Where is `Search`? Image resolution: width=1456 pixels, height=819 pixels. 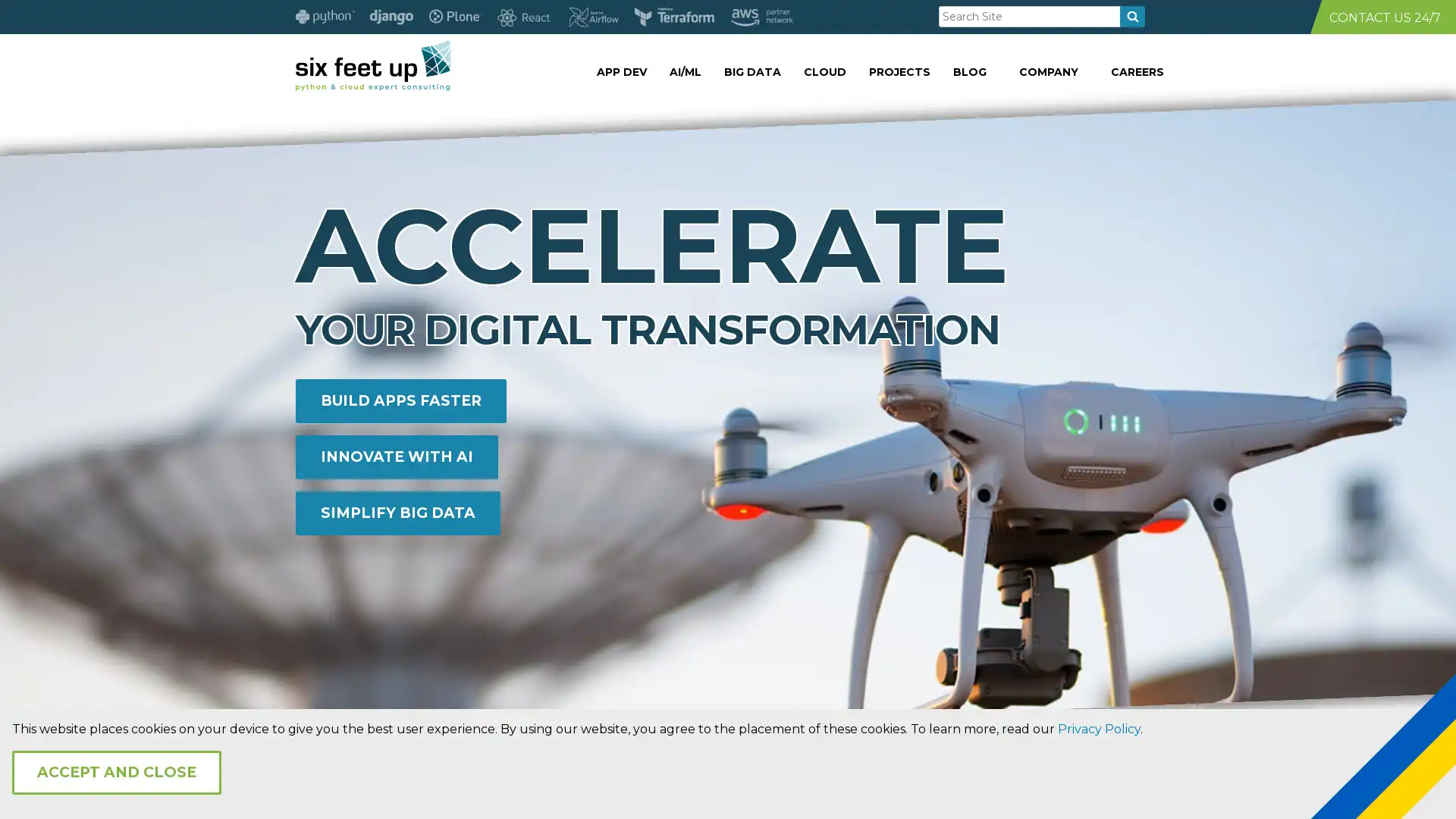
Search is located at coordinates (1132, 17).